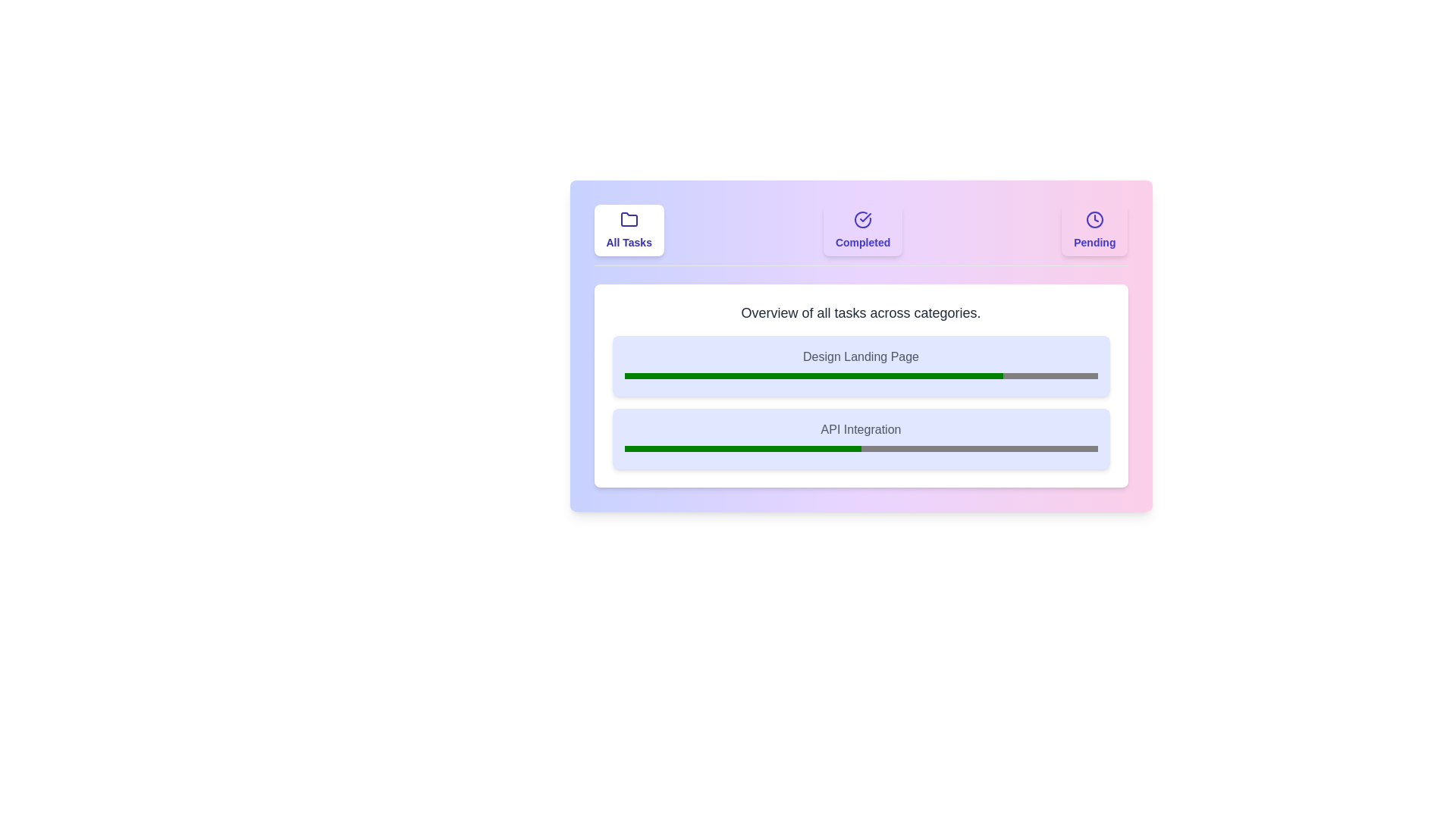 This screenshot has width=1456, height=819. What do you see at coordinates (861, 375) in the screenshot?
I see `the progress visually on the progress bar representing the completion of the 'Design Landing Page' task, which shows 80% completion` at bounding box center [861, 375].